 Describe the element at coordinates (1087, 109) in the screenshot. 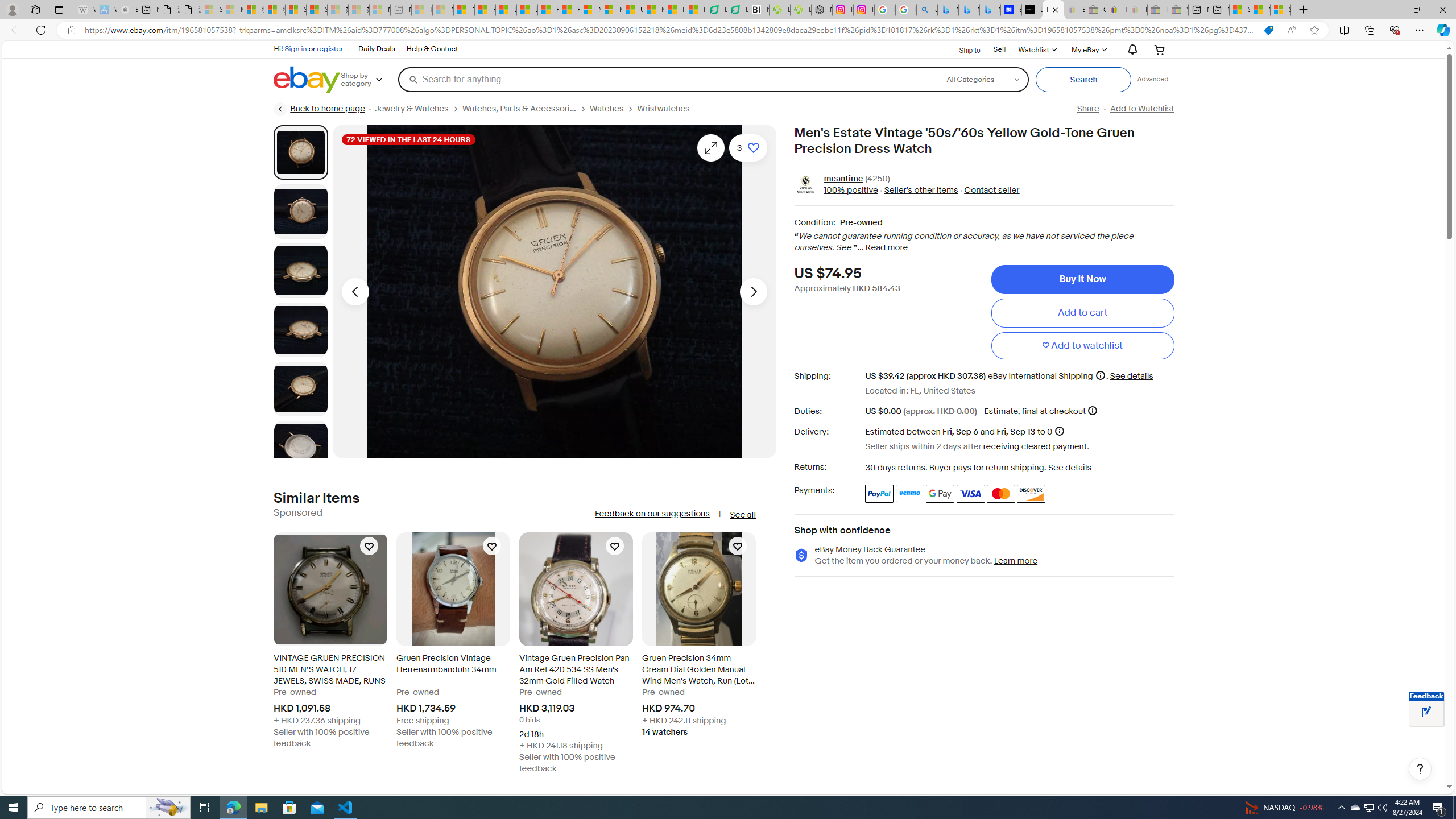

I see `'Share'` at that location.